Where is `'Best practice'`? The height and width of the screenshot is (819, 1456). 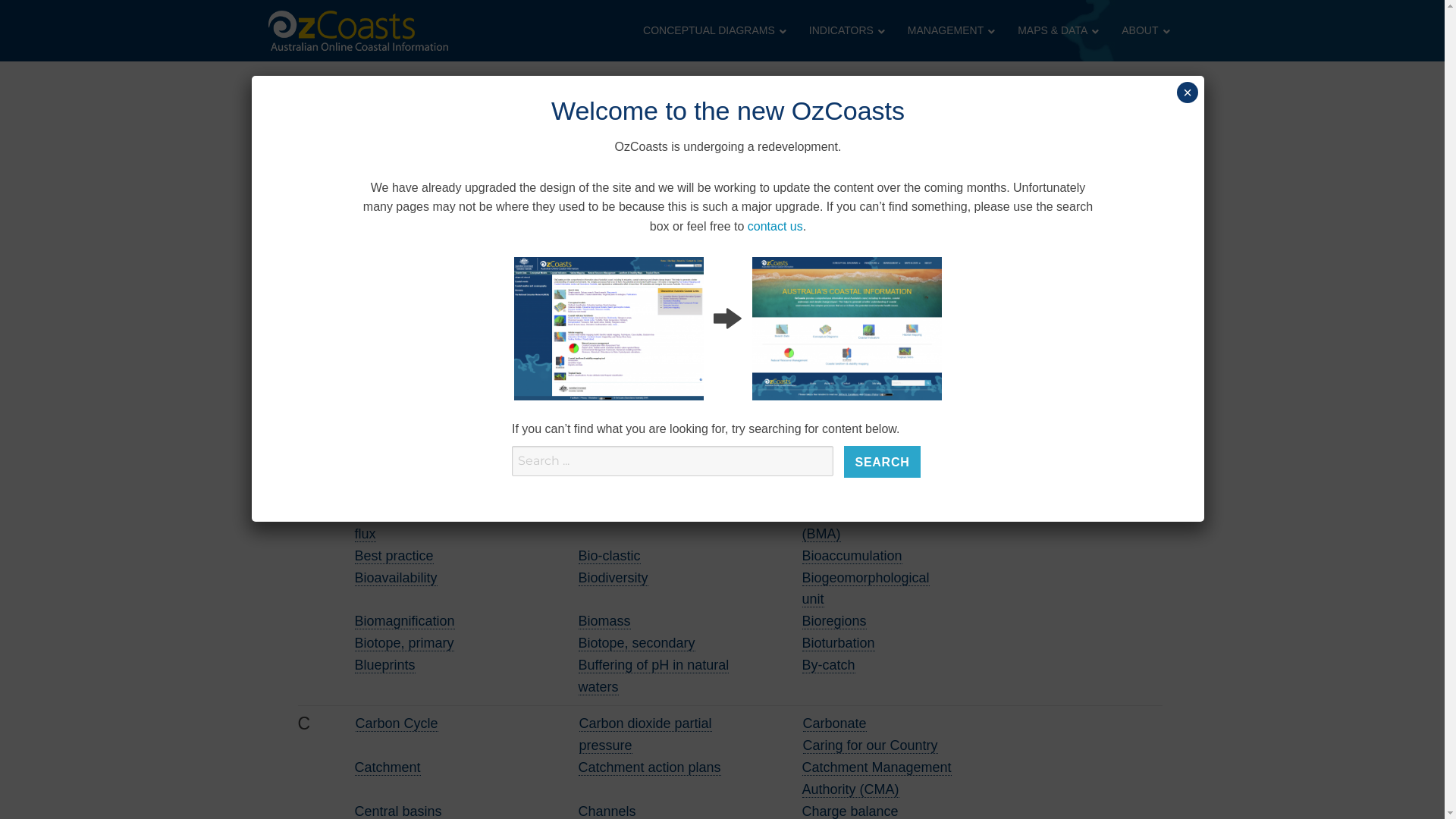
'Best practice' is located at coordinates (394, 556).